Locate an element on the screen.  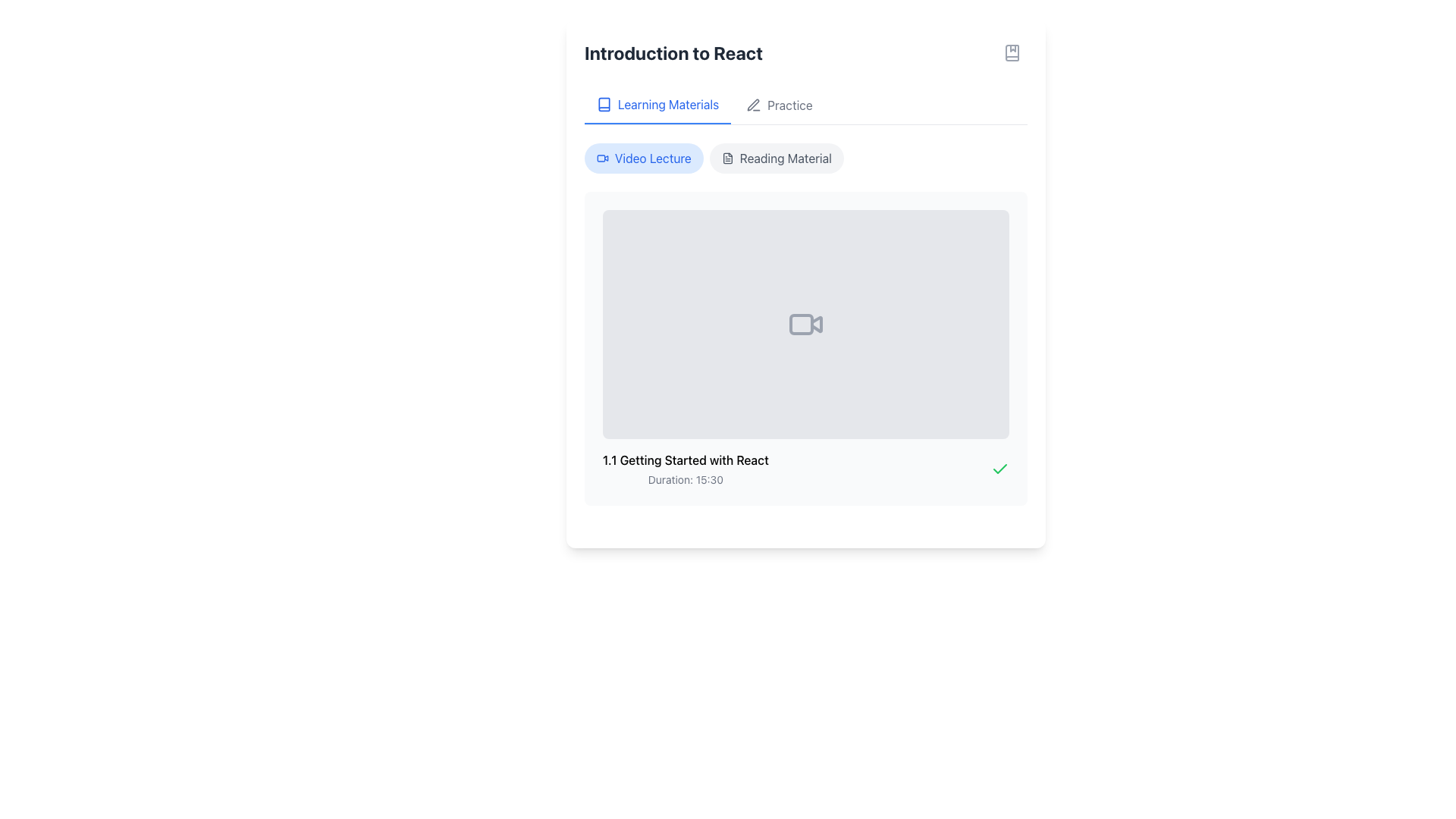
the checkmark icon located in the bottom right region of the card that signifies confirmation or correctness is located at coordinates (1000, 467).